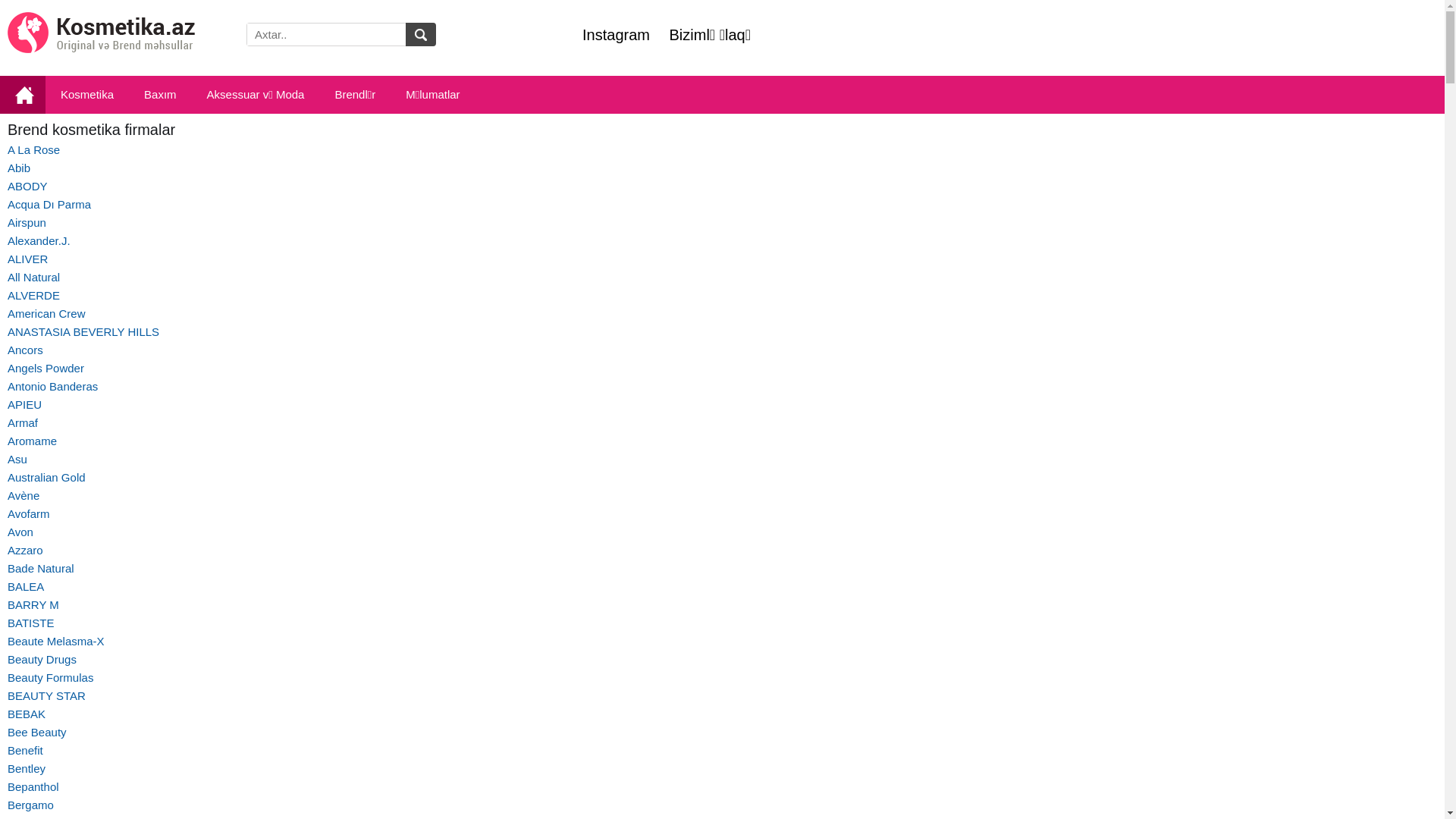  What do you see at coordinates (36, 731) in the screenshot?
I see `'Bee Beauty'` at bounding box center [36, 731].